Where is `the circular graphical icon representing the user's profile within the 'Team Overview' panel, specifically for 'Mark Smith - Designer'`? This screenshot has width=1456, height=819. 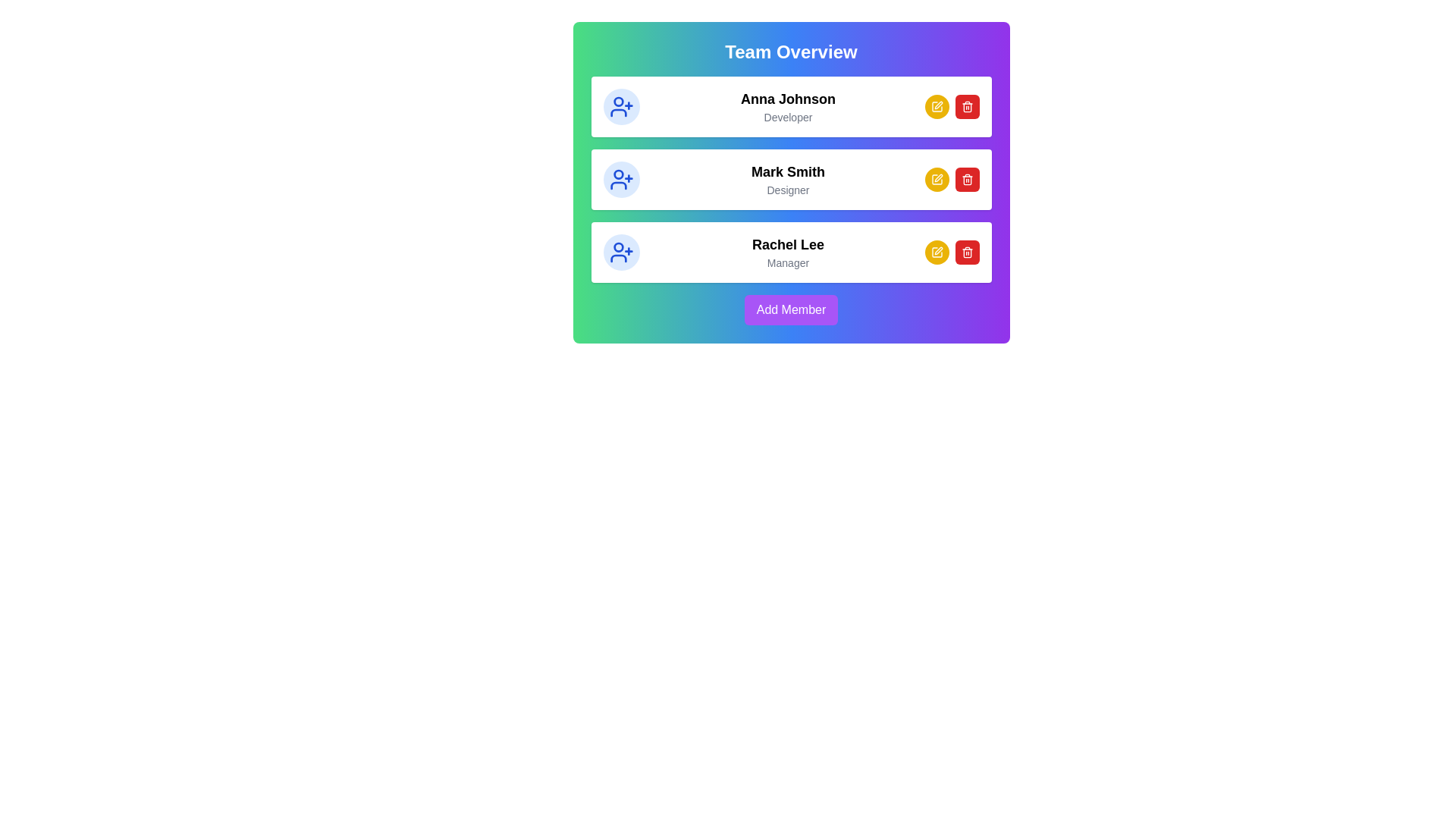 the circular graphical icon representing the user's profile within the 'Team Overview' panel, specifically for 'Mark Smith - Designer' is located at coordinates (618, 174).